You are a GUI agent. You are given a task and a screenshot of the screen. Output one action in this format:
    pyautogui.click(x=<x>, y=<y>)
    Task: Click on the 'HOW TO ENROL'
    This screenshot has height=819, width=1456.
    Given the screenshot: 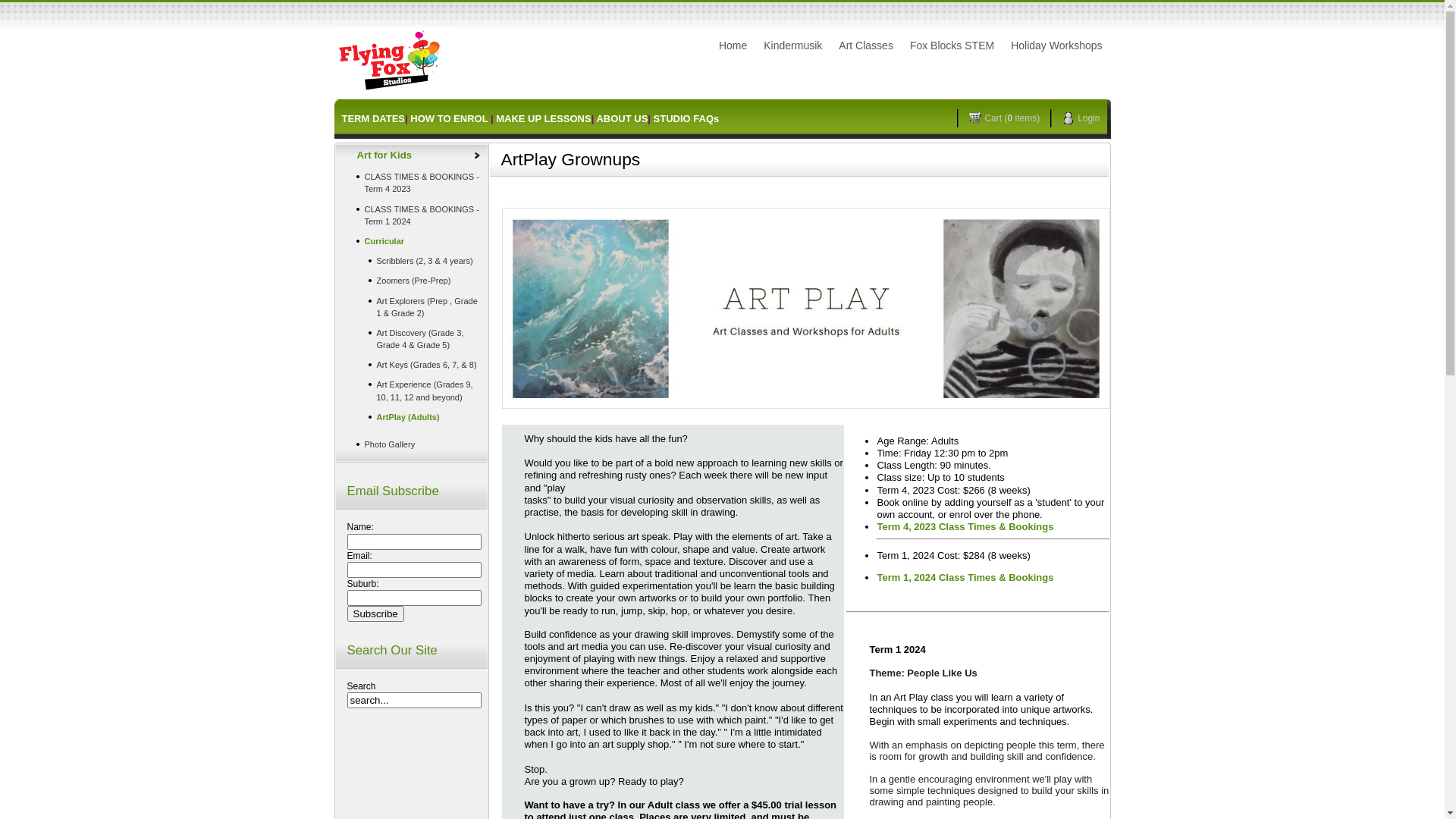 What is the action you would take?
    pyautogui.click(x=410, y=118)
    